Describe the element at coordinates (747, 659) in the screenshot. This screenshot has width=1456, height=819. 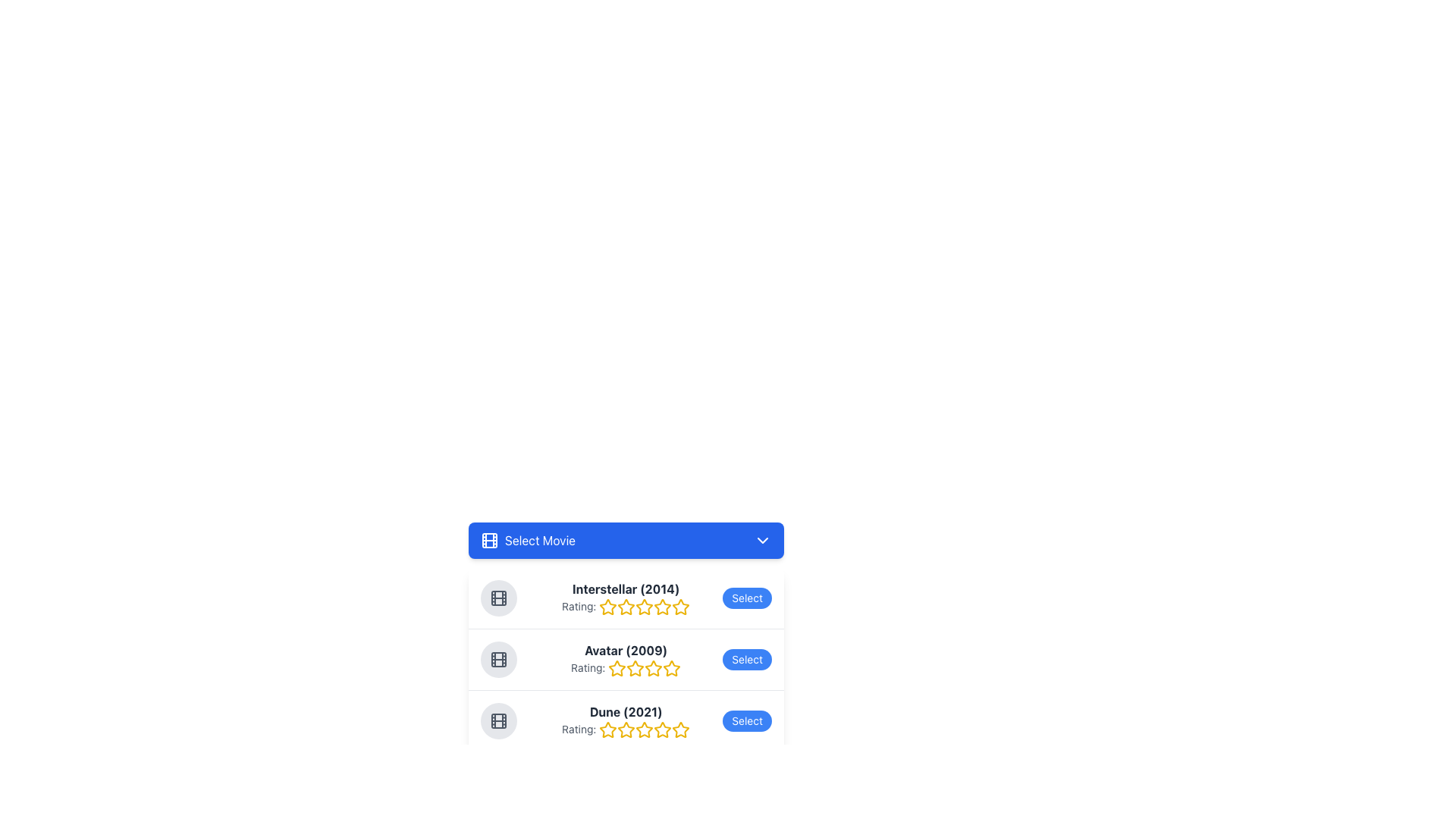
I see `the 'Select' button for the movie 'Avatar (2009)'` at that location.